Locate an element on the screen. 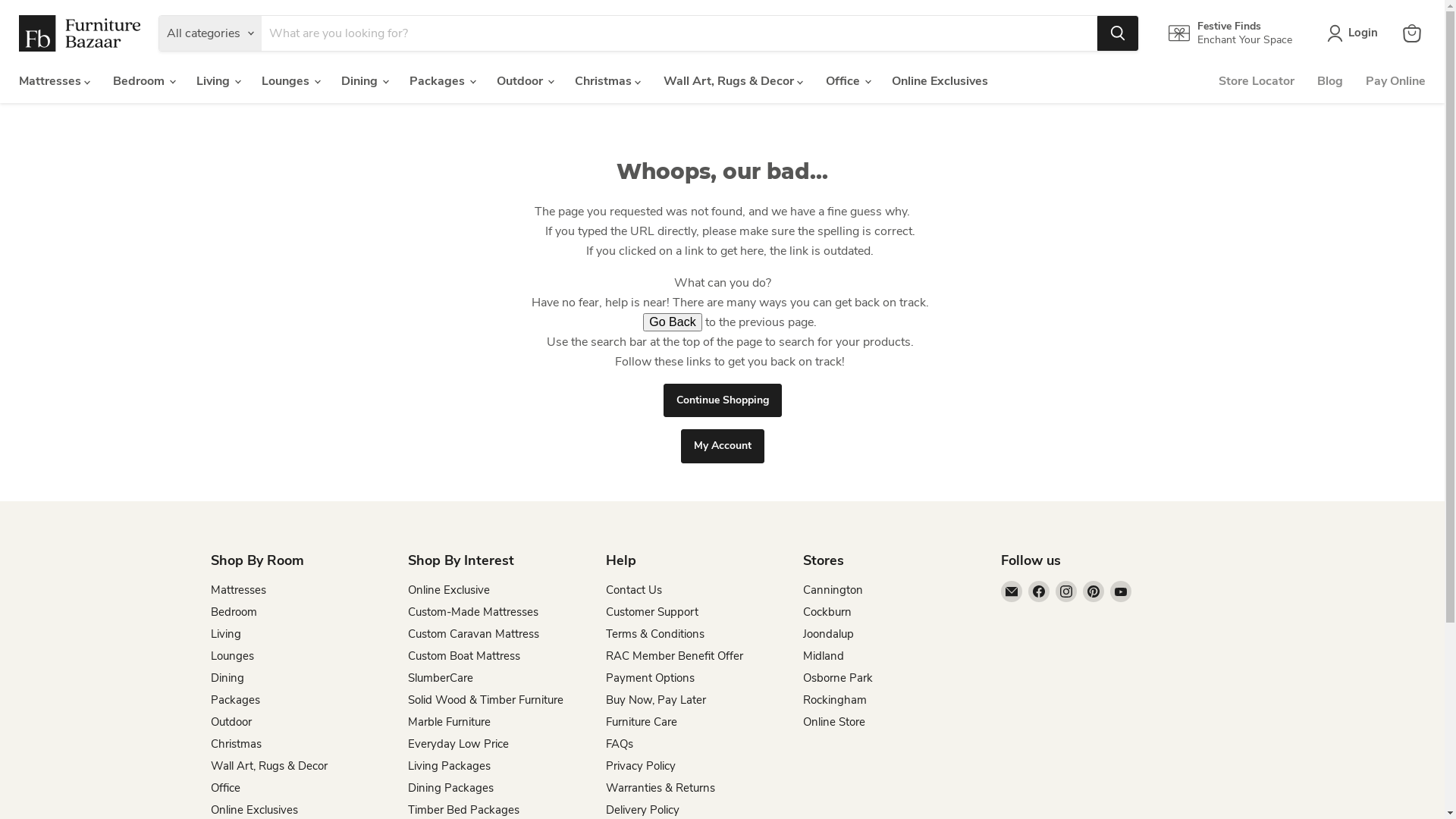  'Dining' is located at coordinates (226, 677).